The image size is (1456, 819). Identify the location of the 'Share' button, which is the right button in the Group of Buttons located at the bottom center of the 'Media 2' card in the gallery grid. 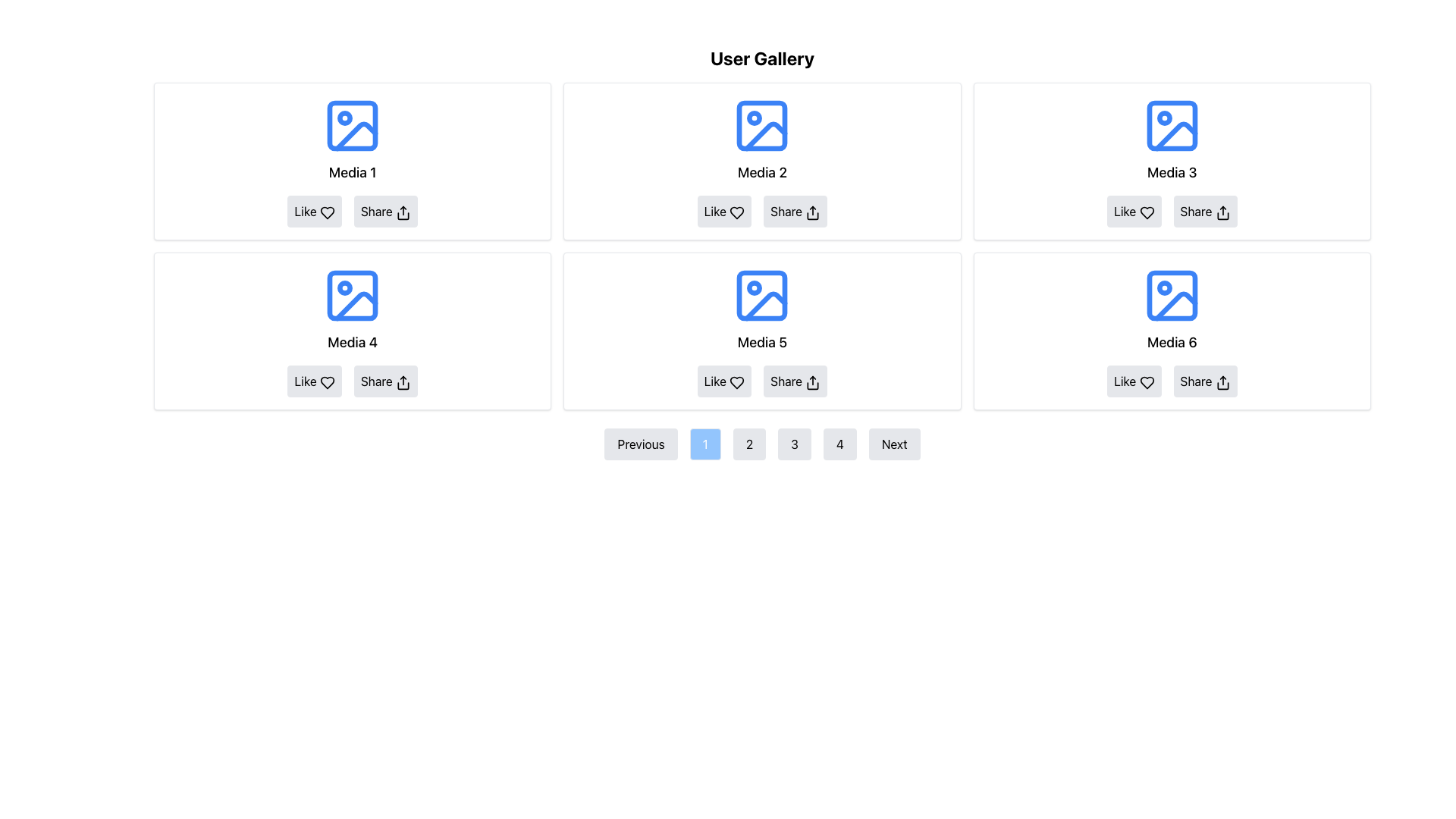
(762, 211).